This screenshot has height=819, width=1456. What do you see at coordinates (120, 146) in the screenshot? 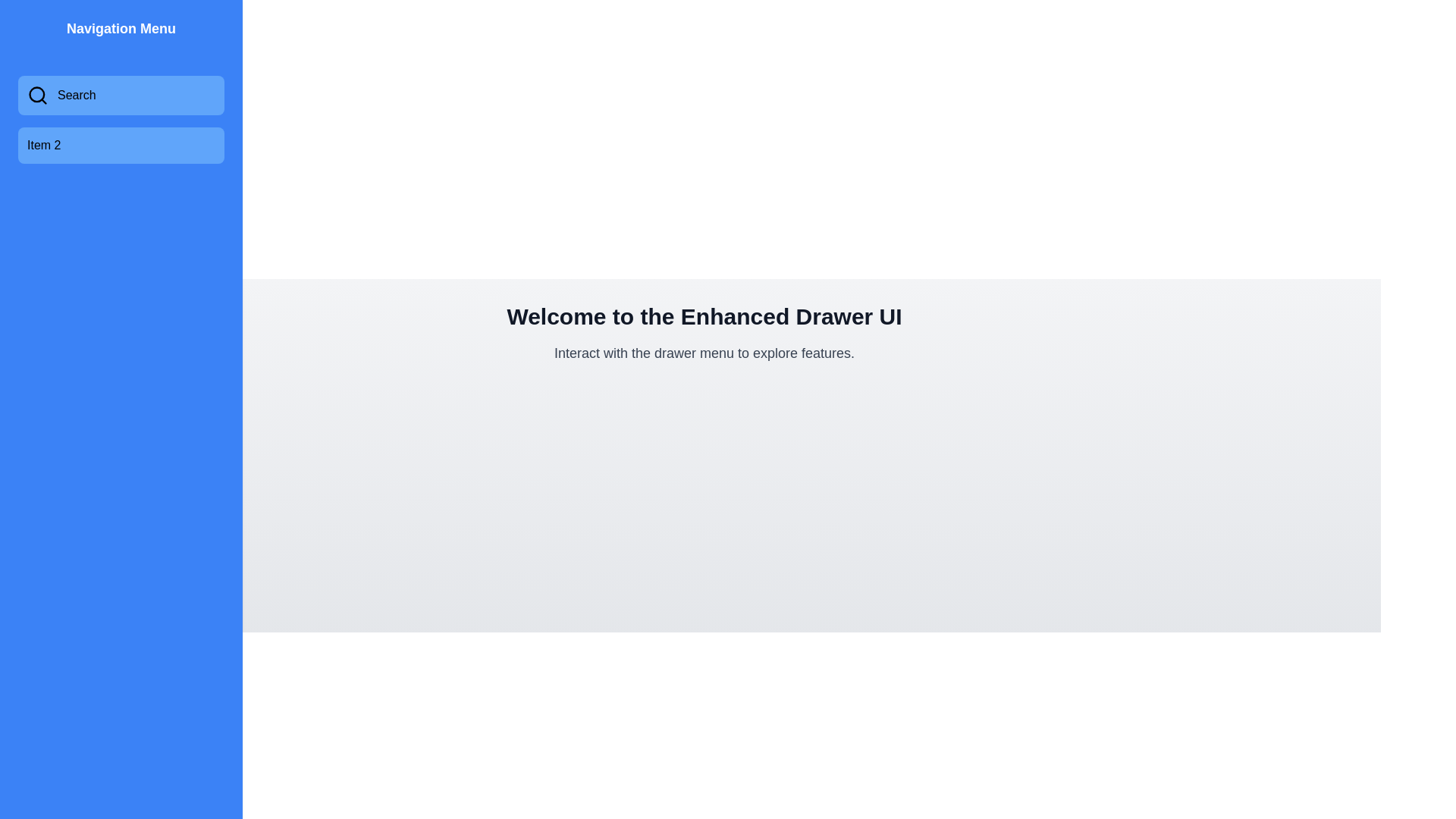
I see `the 'Item 2' option in the drawer` at bounding box center [120, 146].